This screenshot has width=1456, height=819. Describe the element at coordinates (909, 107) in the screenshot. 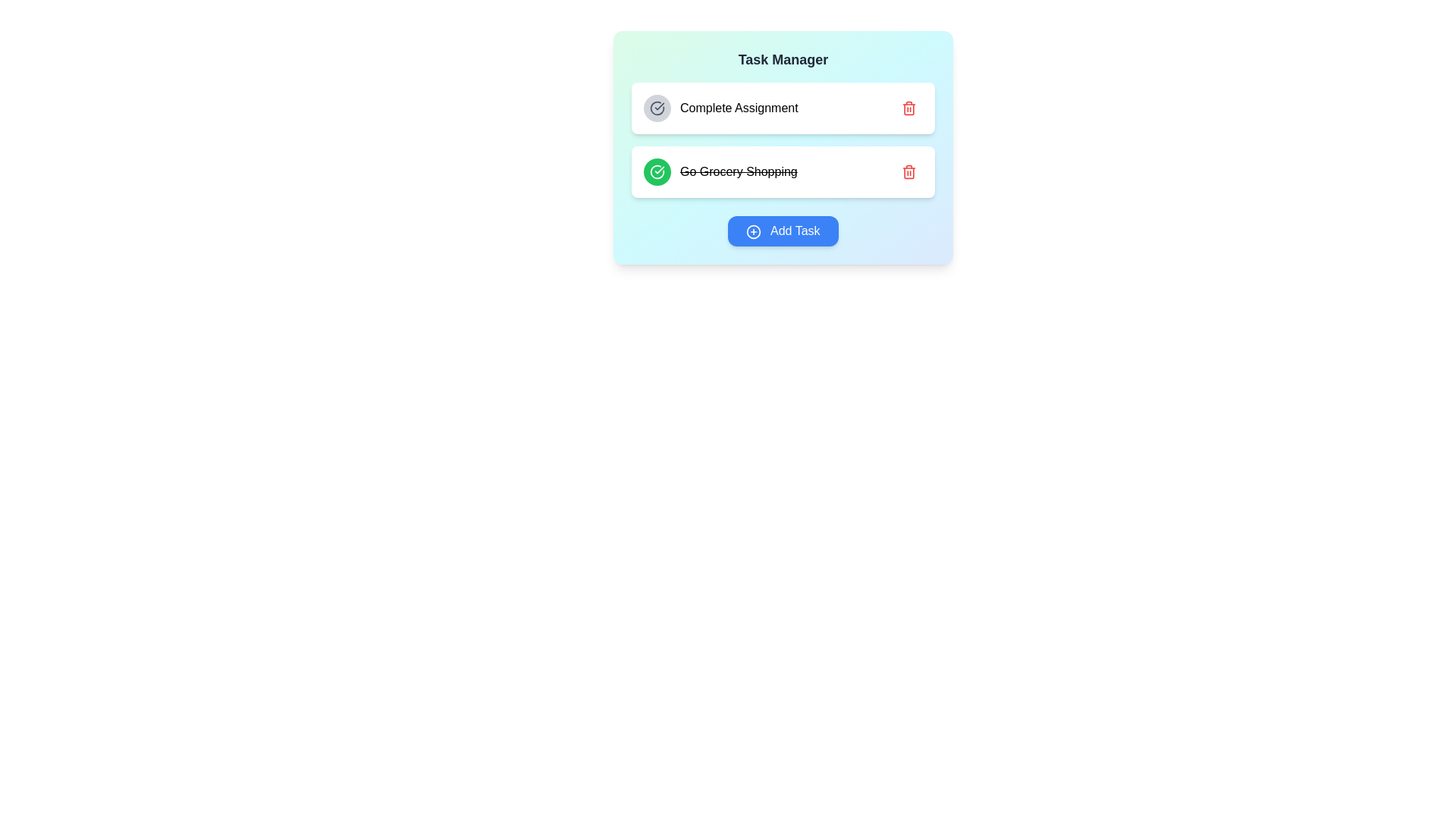

I see `the red trash icon button located at the far-right side of the task item labeled 'Complete Assignment'` at that location.